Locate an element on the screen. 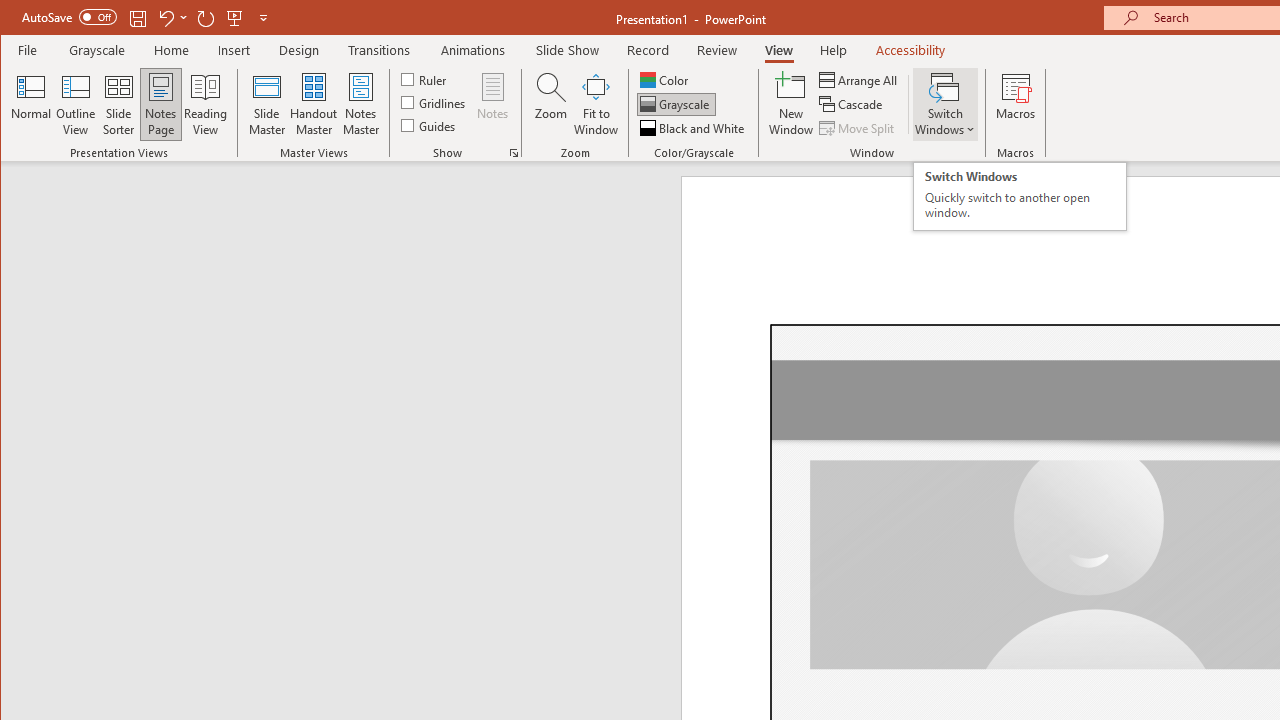 Image resolution: width=1280 pixels, height=720 pixels. 'Cascade' is located at coordinates (853, 104).